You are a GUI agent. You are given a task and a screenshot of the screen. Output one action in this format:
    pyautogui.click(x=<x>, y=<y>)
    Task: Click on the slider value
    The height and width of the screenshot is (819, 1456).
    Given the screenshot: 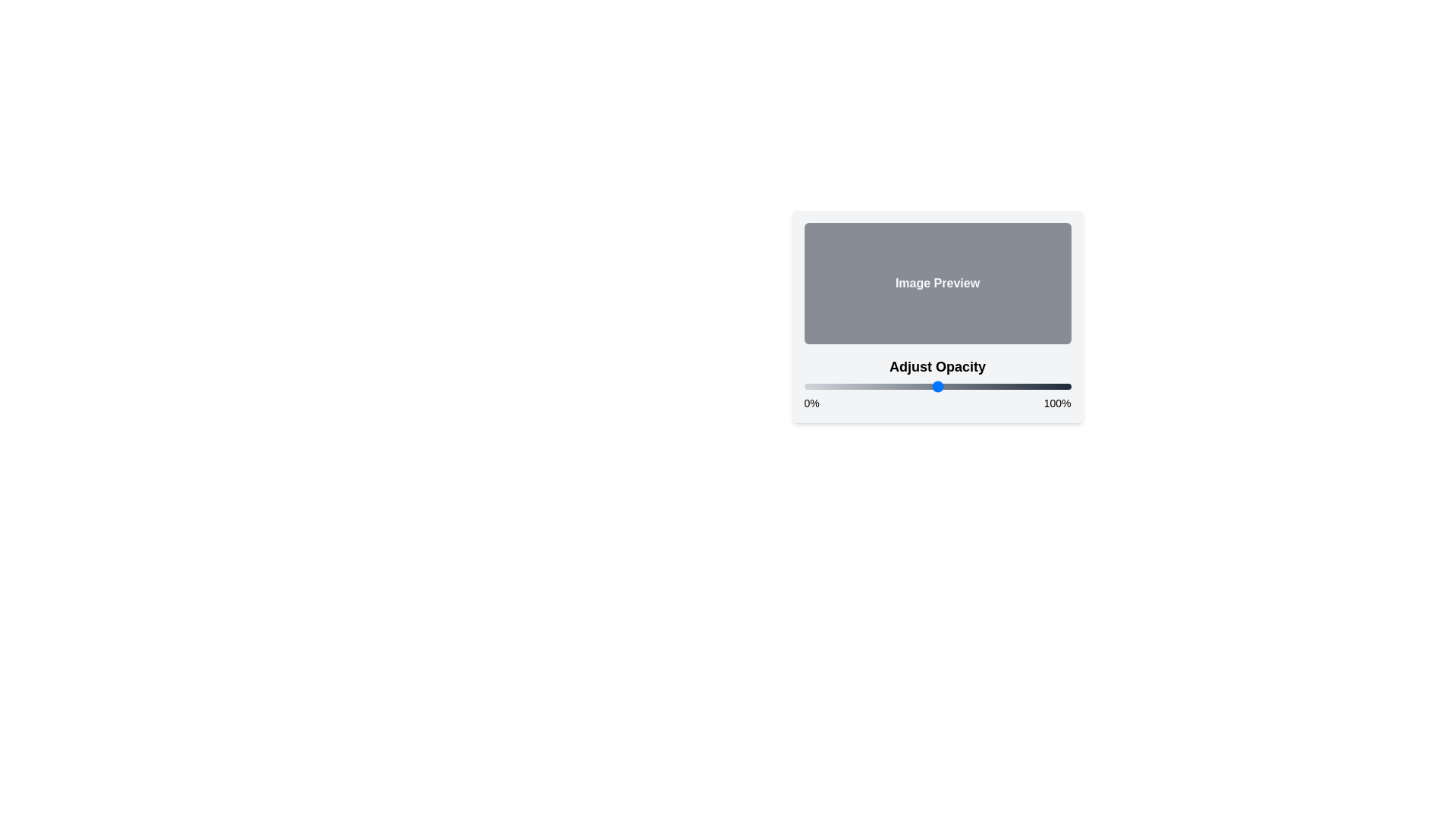 What is the action you would take?
    pyautogui.click(x=857, y=385)
    